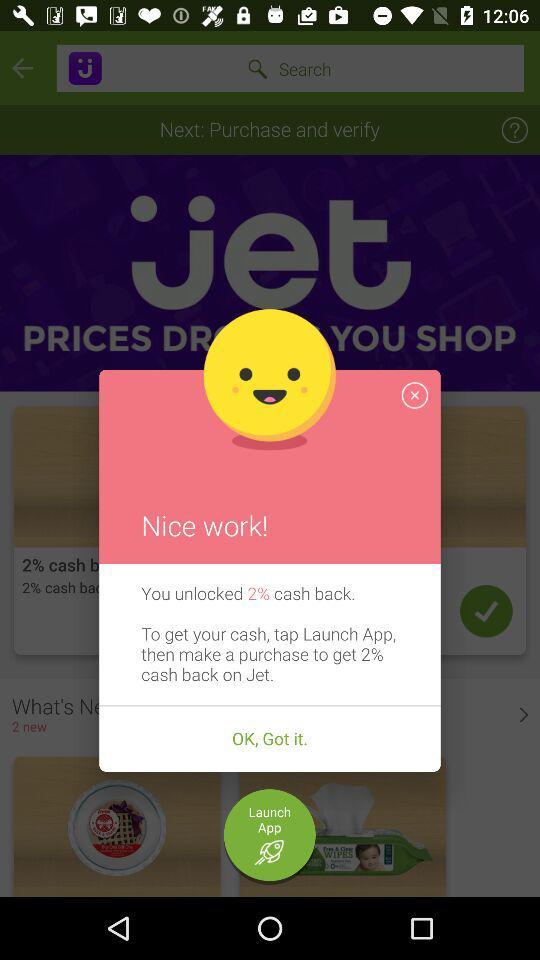  What do you see at coordinates (413, 394) in the screenshot?
I see `the item above you unlocked 2` at bounding box center [413, 394].